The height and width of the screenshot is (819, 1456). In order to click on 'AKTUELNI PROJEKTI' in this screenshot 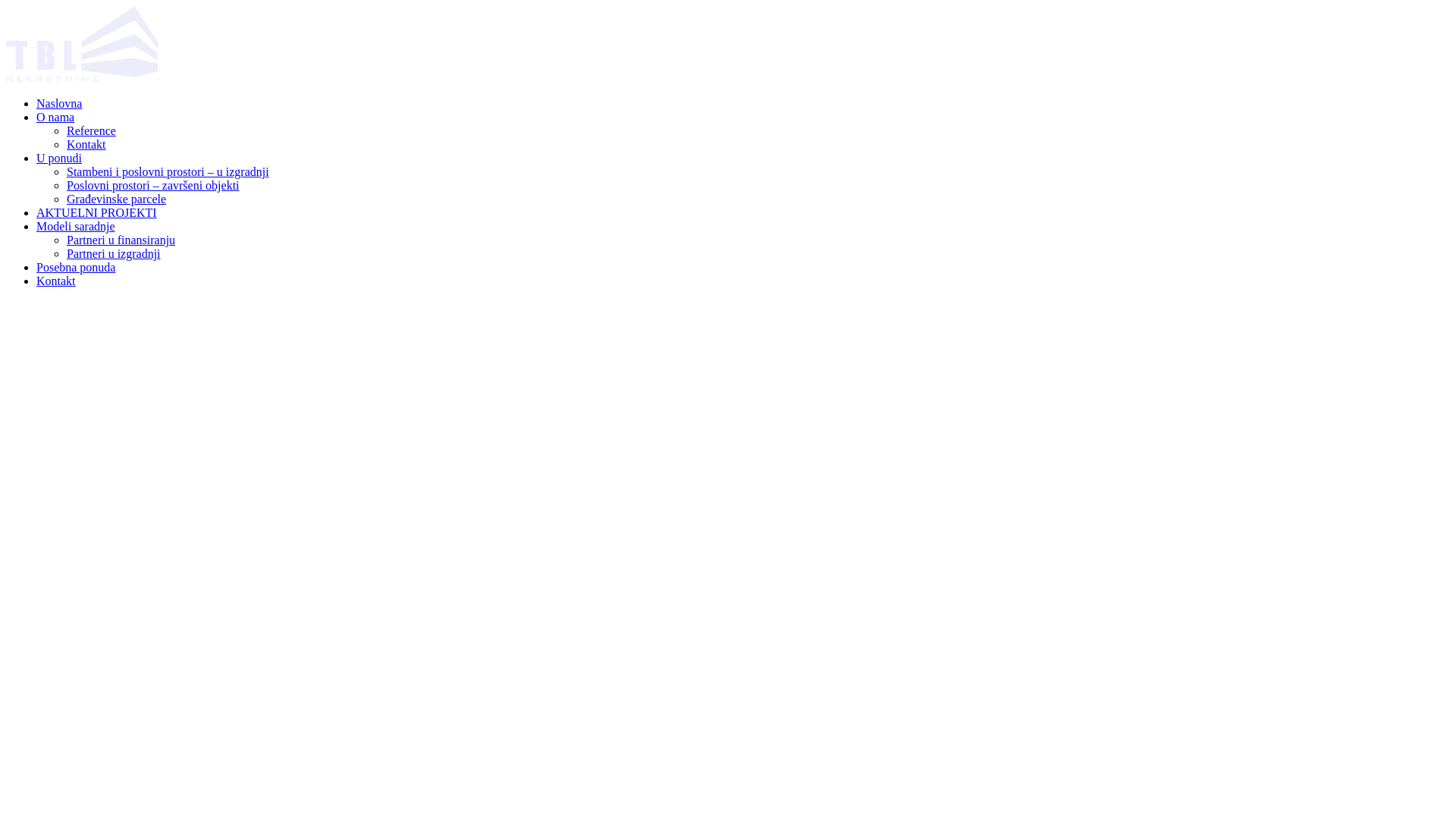, I will do `click(36, 212)`.